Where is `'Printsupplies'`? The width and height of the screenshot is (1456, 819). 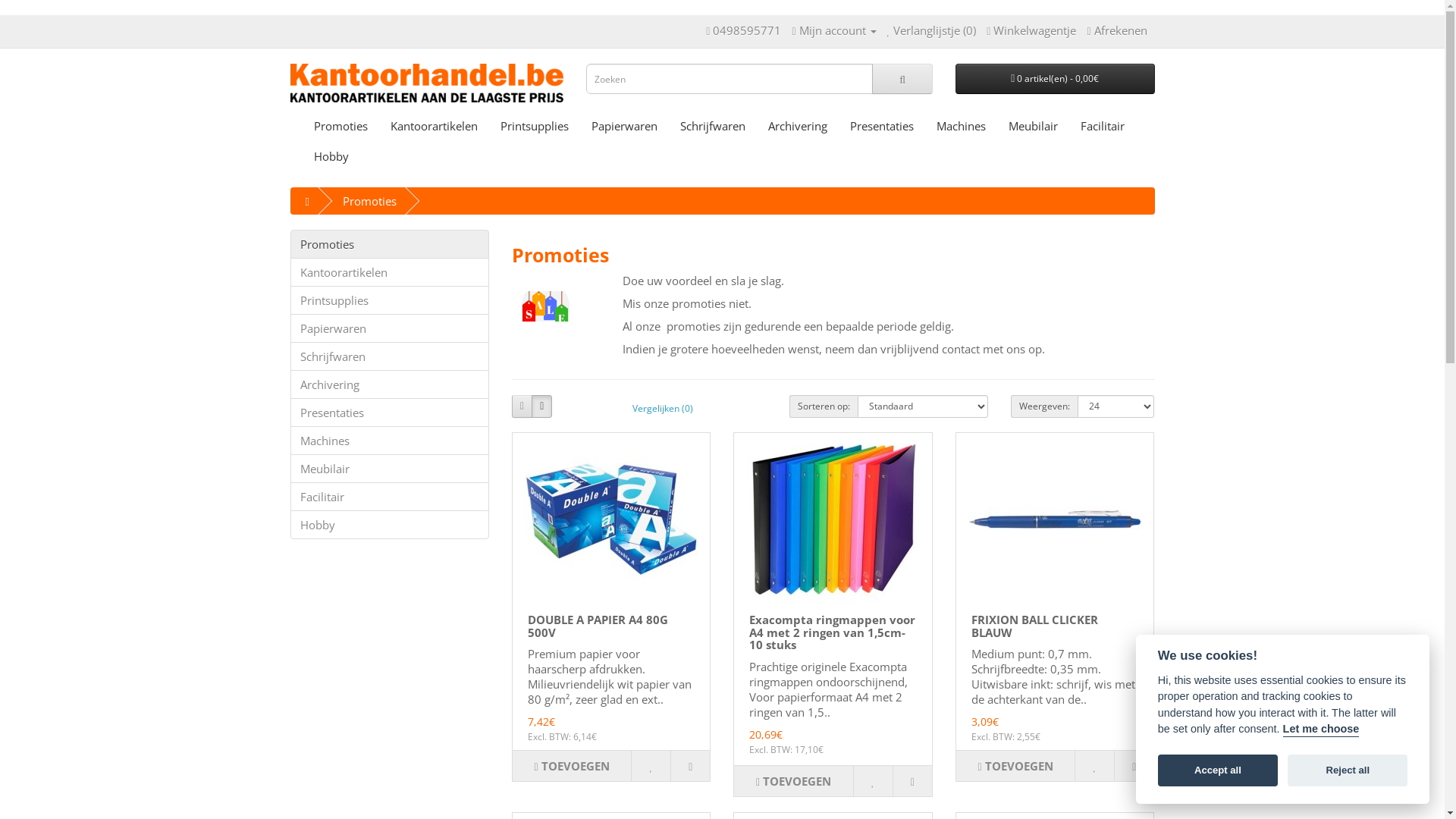
'Printsupplies' is located at coordinates (389, 300).